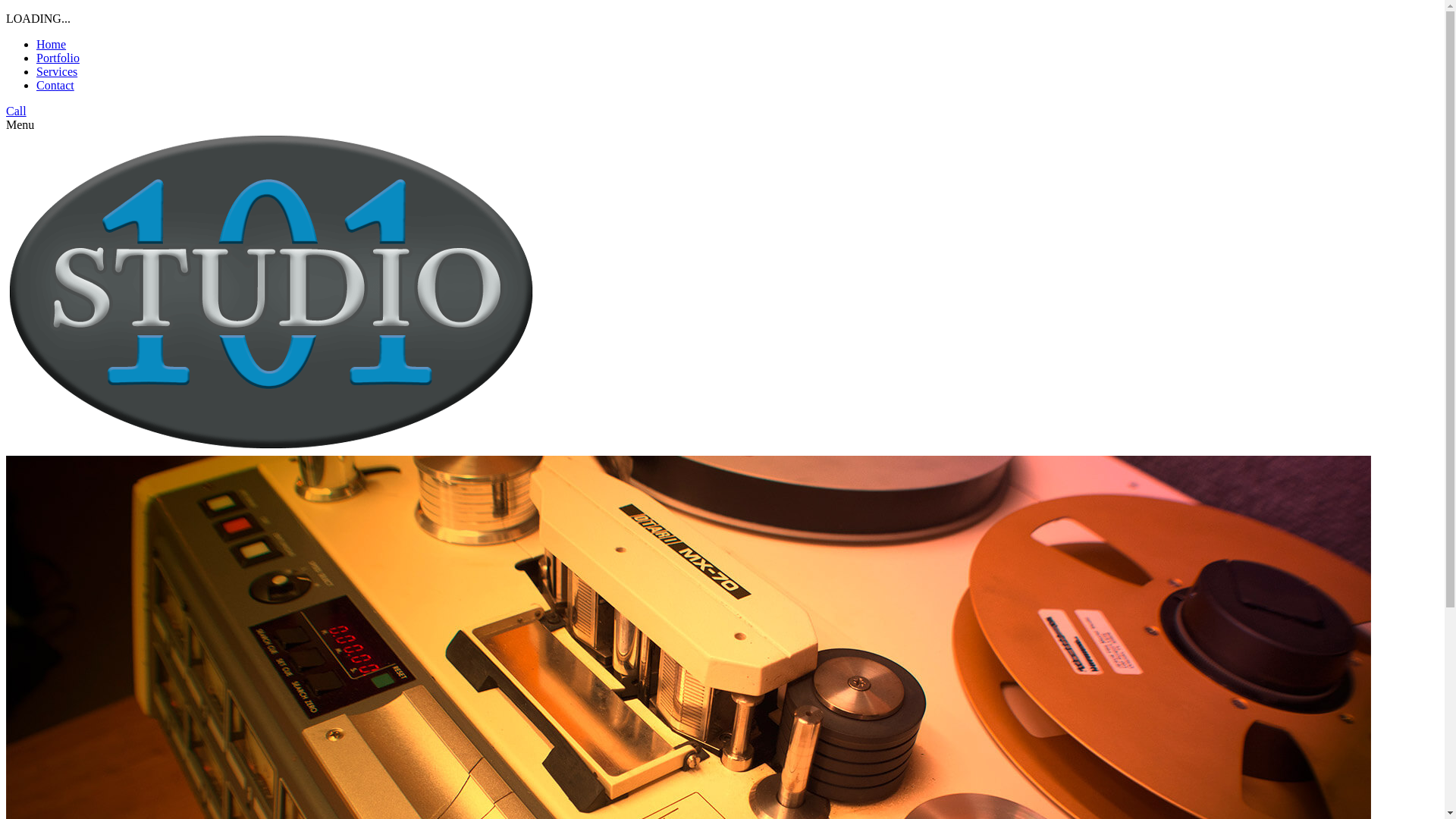 Image resolution: width=1456 pixels, height=819 pixels. What do you see at coordinates (58, 57) in the screenshot?
I see `'Portfolio'` at bounding box center [58, 57].